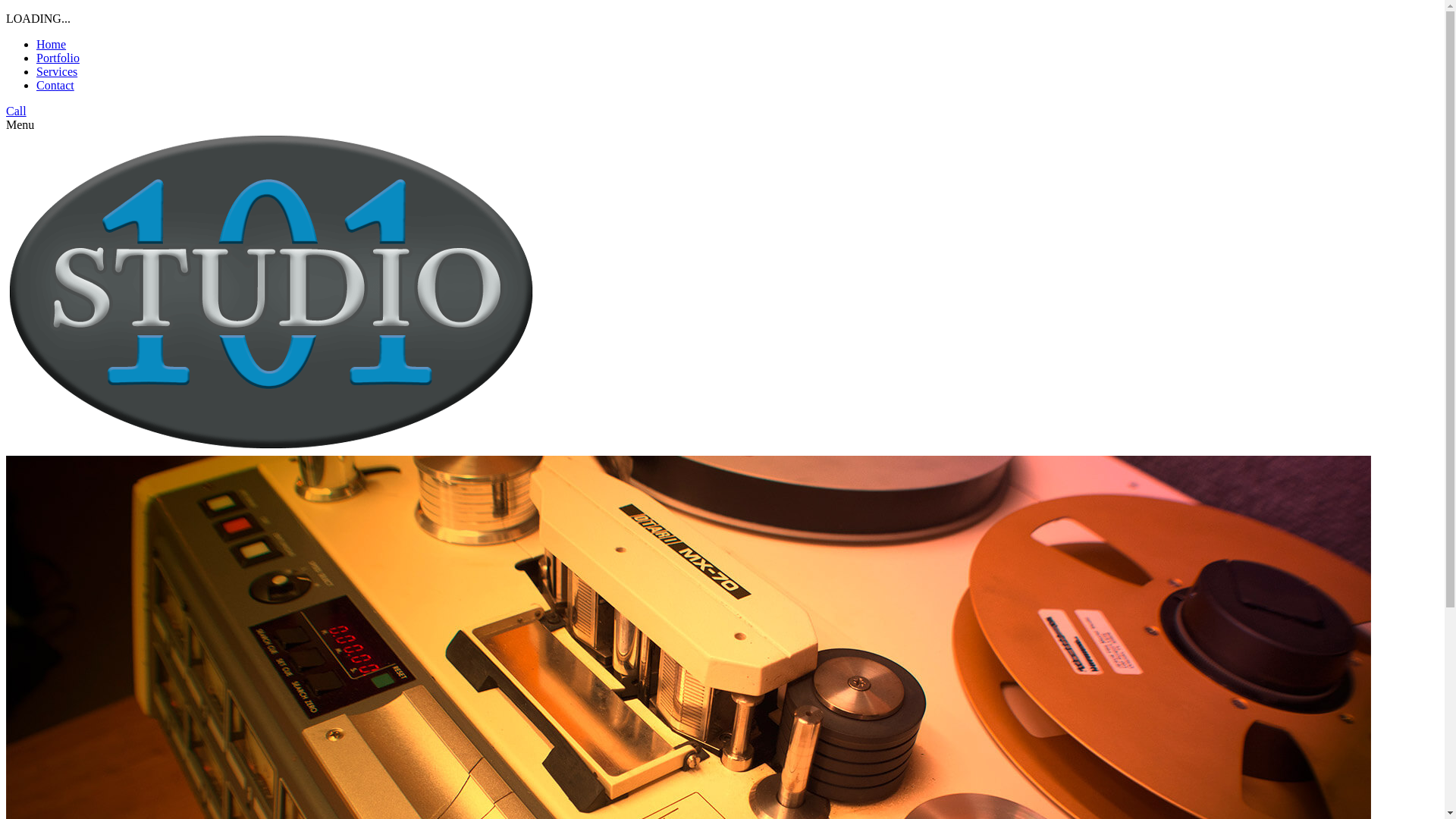 Image resolution: width=1456 pixels, height=819 pixels. What do you see at coordinates (58, 57) in the screenshot?
I see `'Portfolio'` at bounding box center [58, 57].